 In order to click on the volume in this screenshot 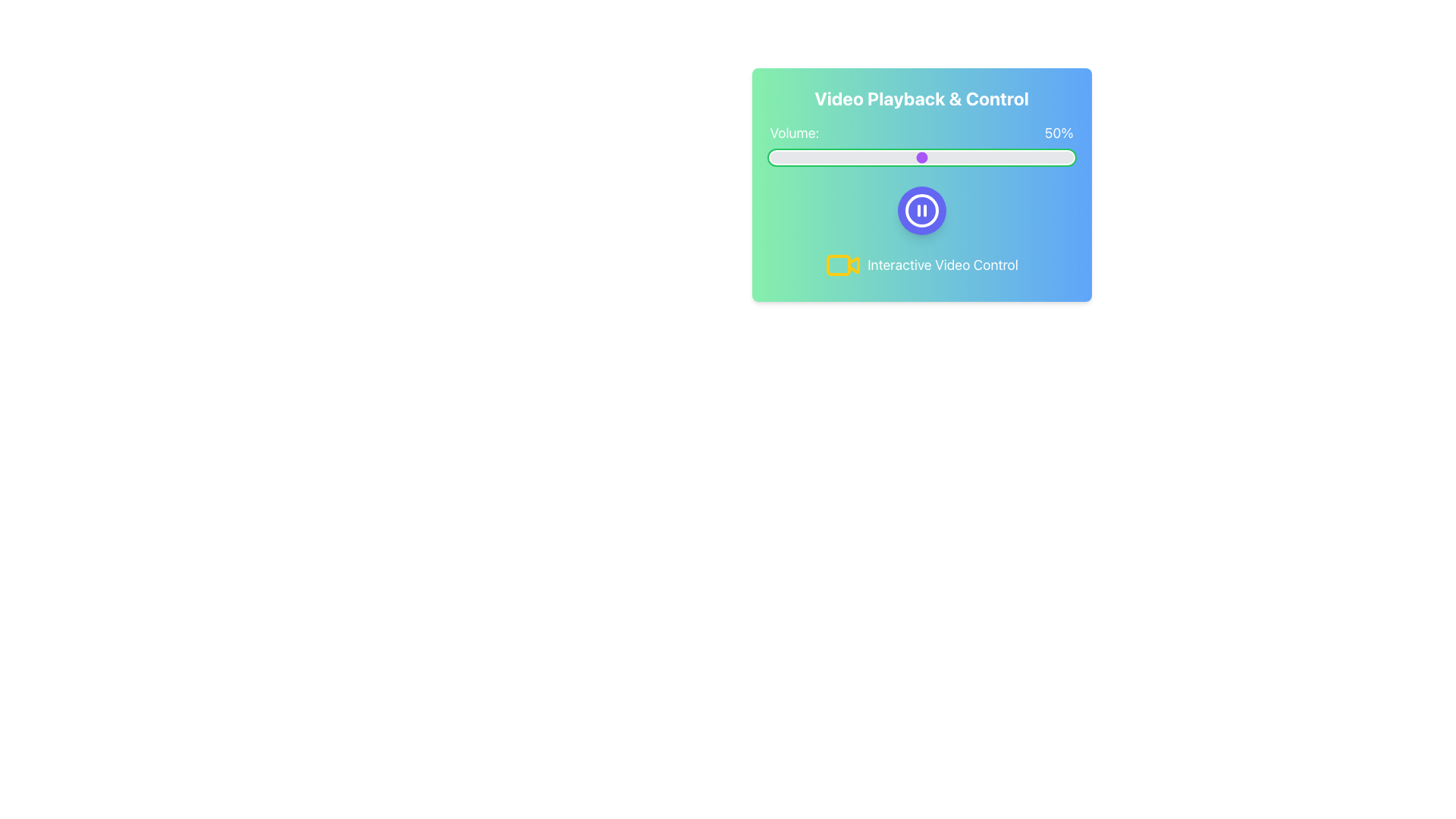, I will do `click(808, 158)`.